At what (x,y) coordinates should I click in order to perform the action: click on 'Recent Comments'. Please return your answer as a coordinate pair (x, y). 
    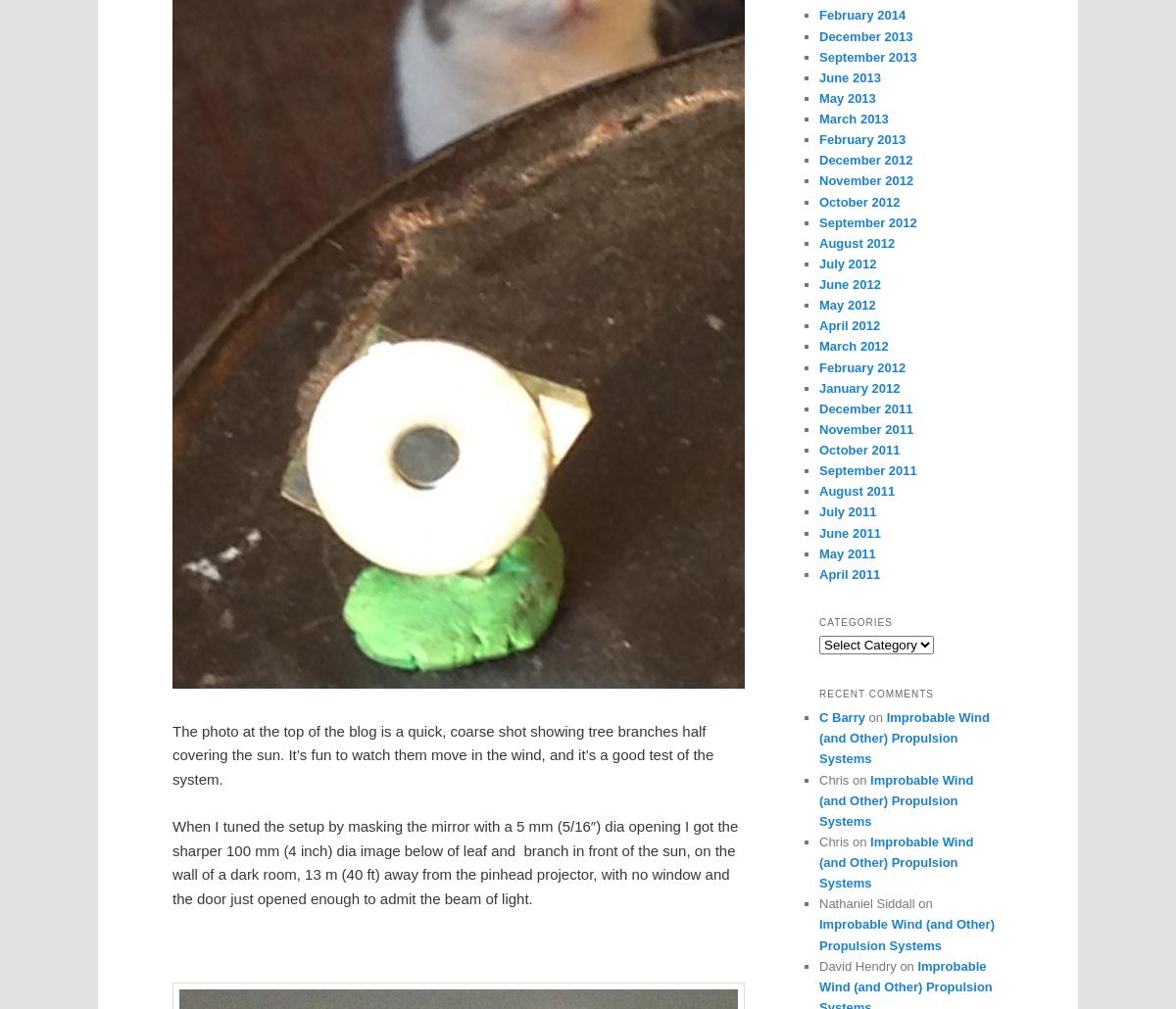
    Looking at the image, I should click on (818, 694).